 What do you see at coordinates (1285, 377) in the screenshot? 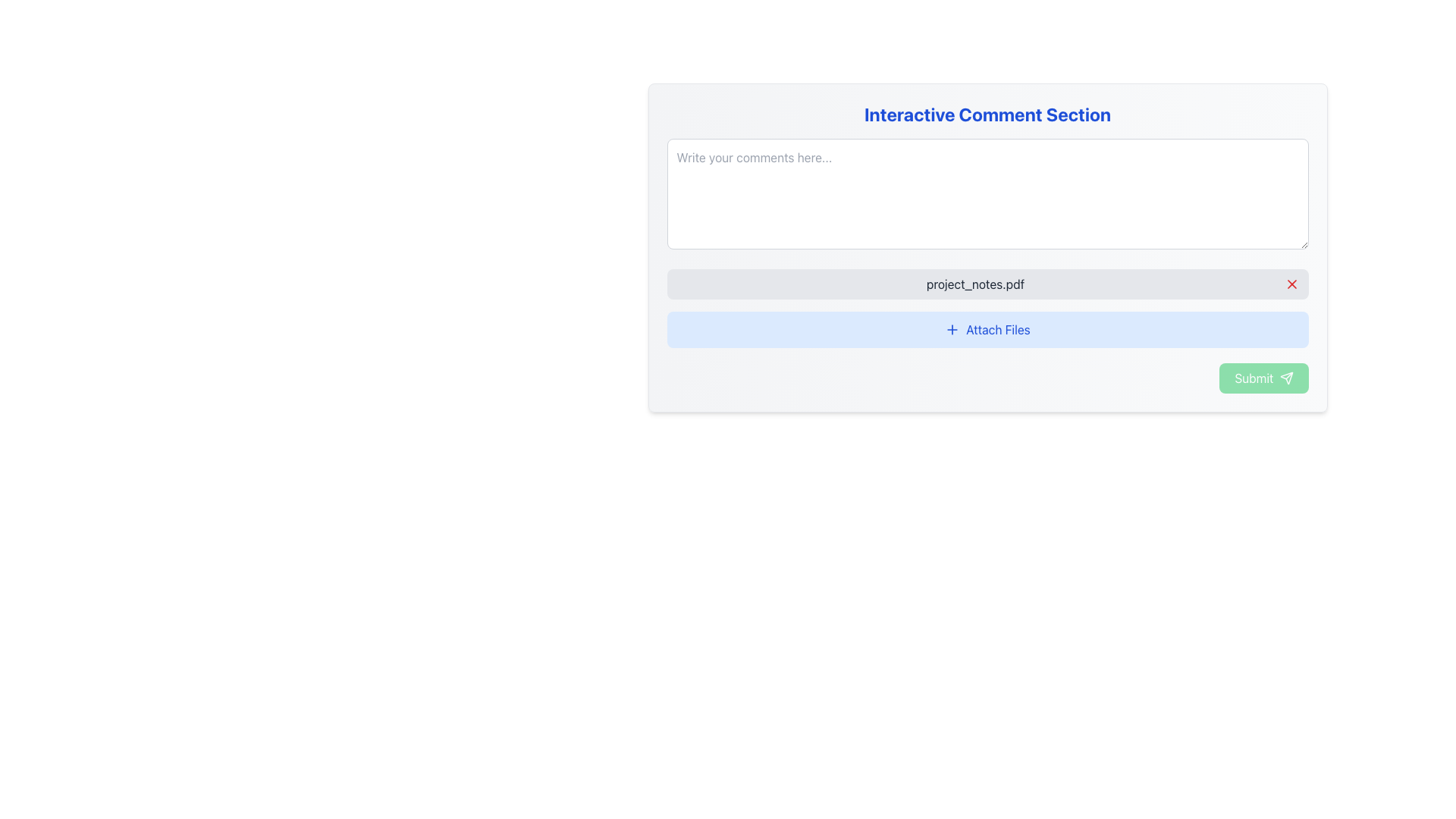
I see `the paper airplane icon within the 'Submit' button` at bounding box center [1285, 377].